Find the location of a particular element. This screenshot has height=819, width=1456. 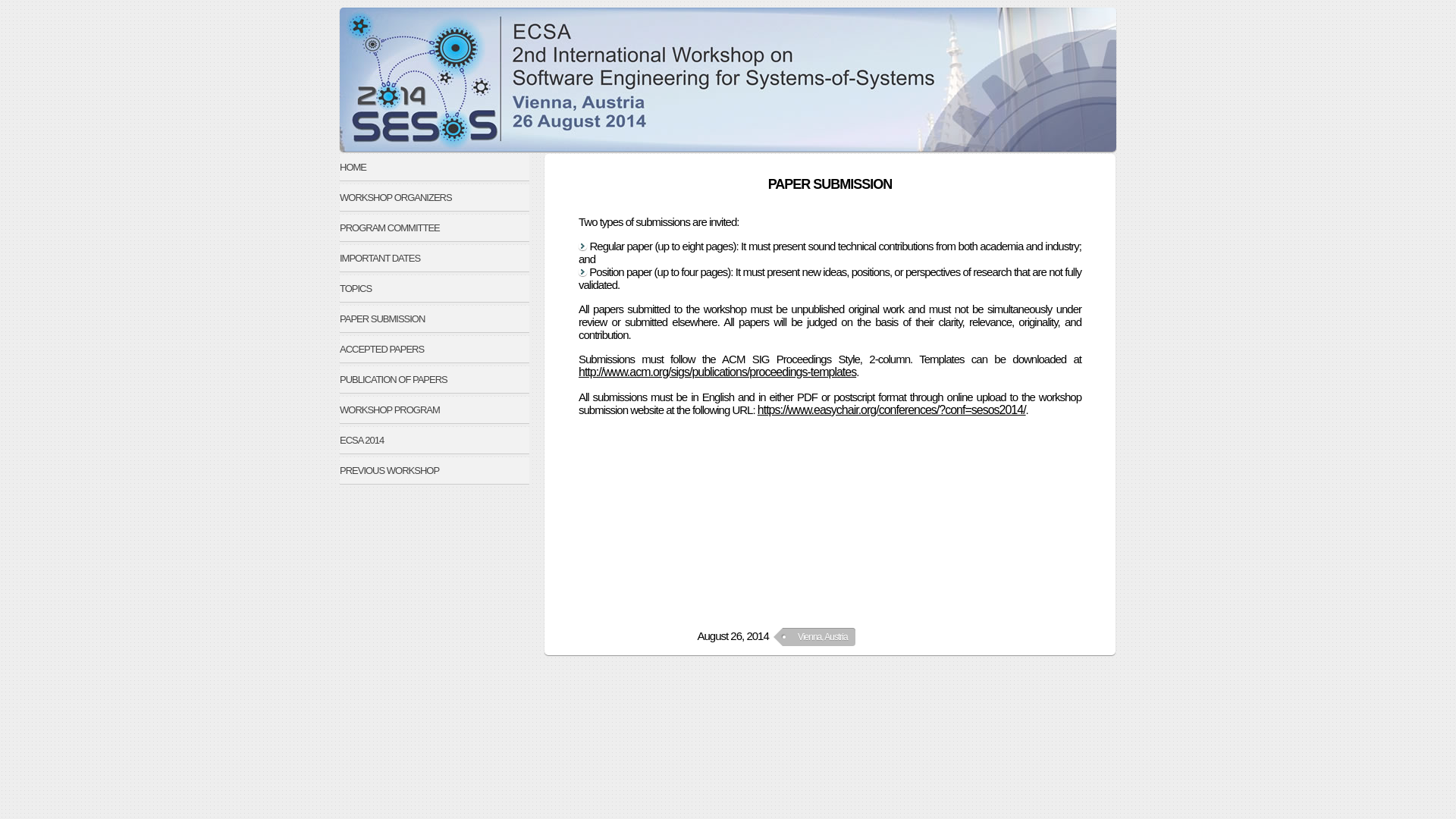

'PROGRAM COMMITTEE' is located at coordinates (433, 227).